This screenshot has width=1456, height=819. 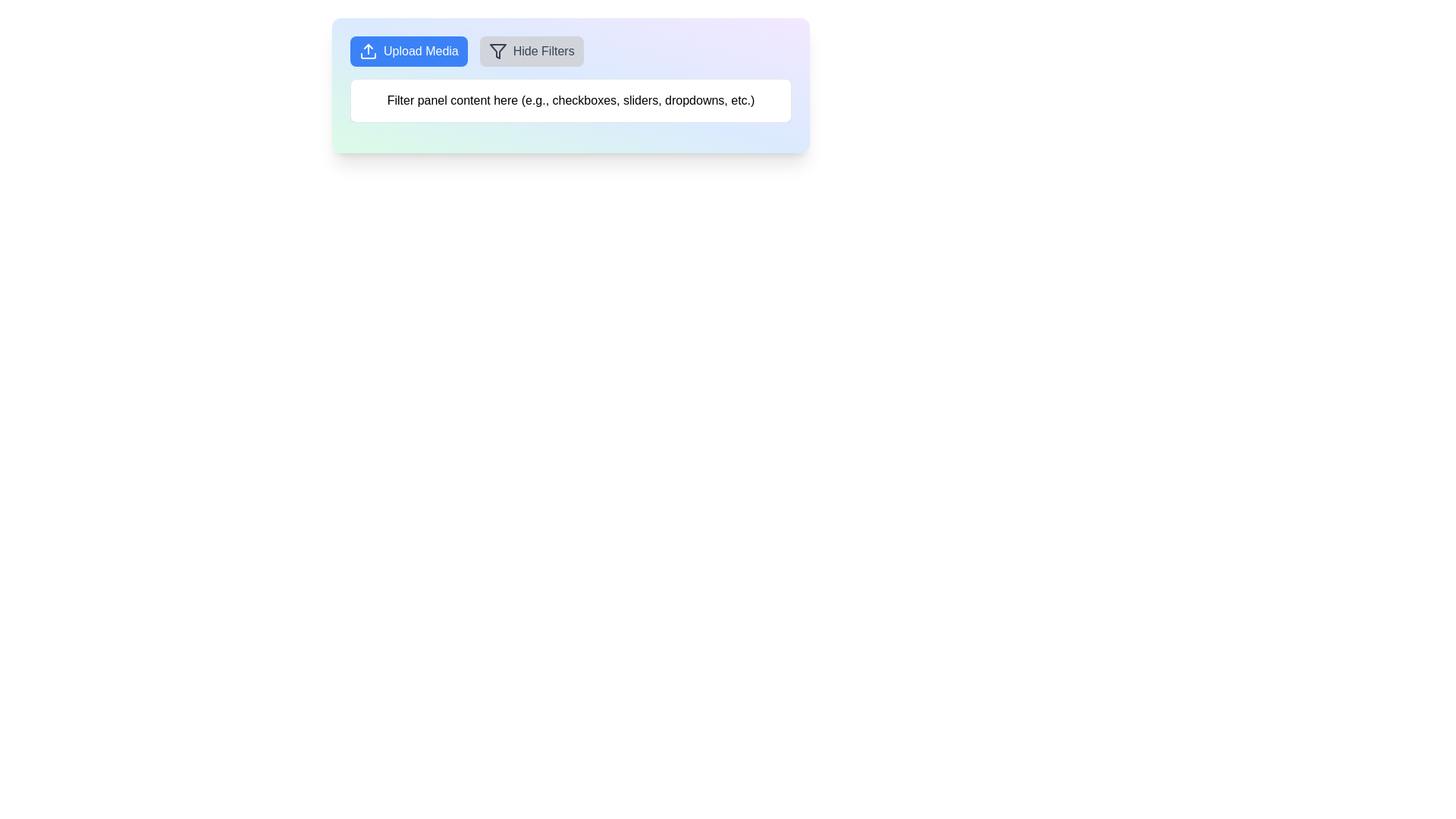 I want to click on the triangular funnel-like icon within the 'Hide Filters' button, so click(x=497, y=51).